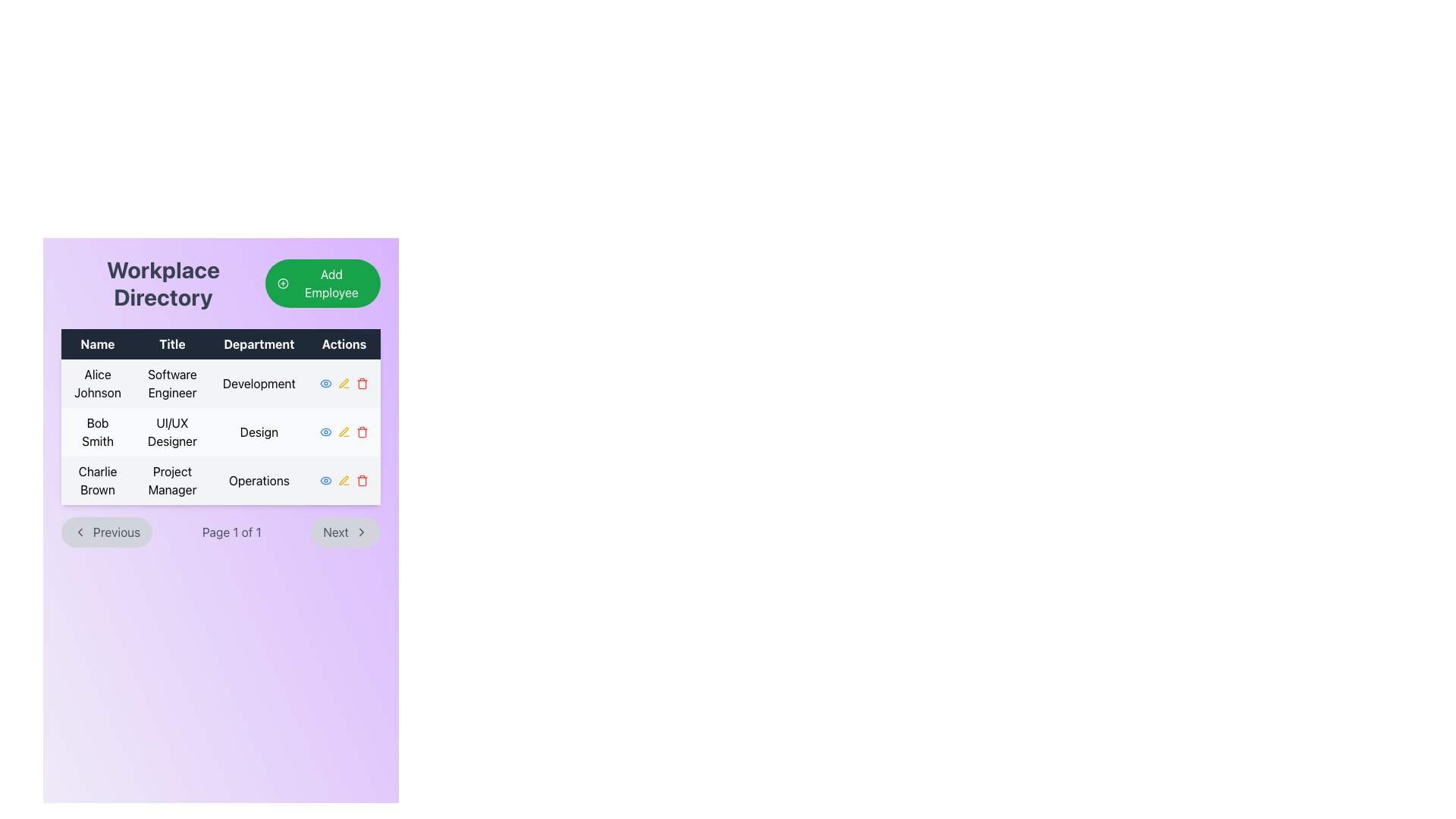  Describe the element at coordinates (172, 344) in the screenshot. I see `the 'Title' column header in the table, which is located in the second column of the header row, immediately to the right of the 'Name' column and left of the 'Department' column` at that location.